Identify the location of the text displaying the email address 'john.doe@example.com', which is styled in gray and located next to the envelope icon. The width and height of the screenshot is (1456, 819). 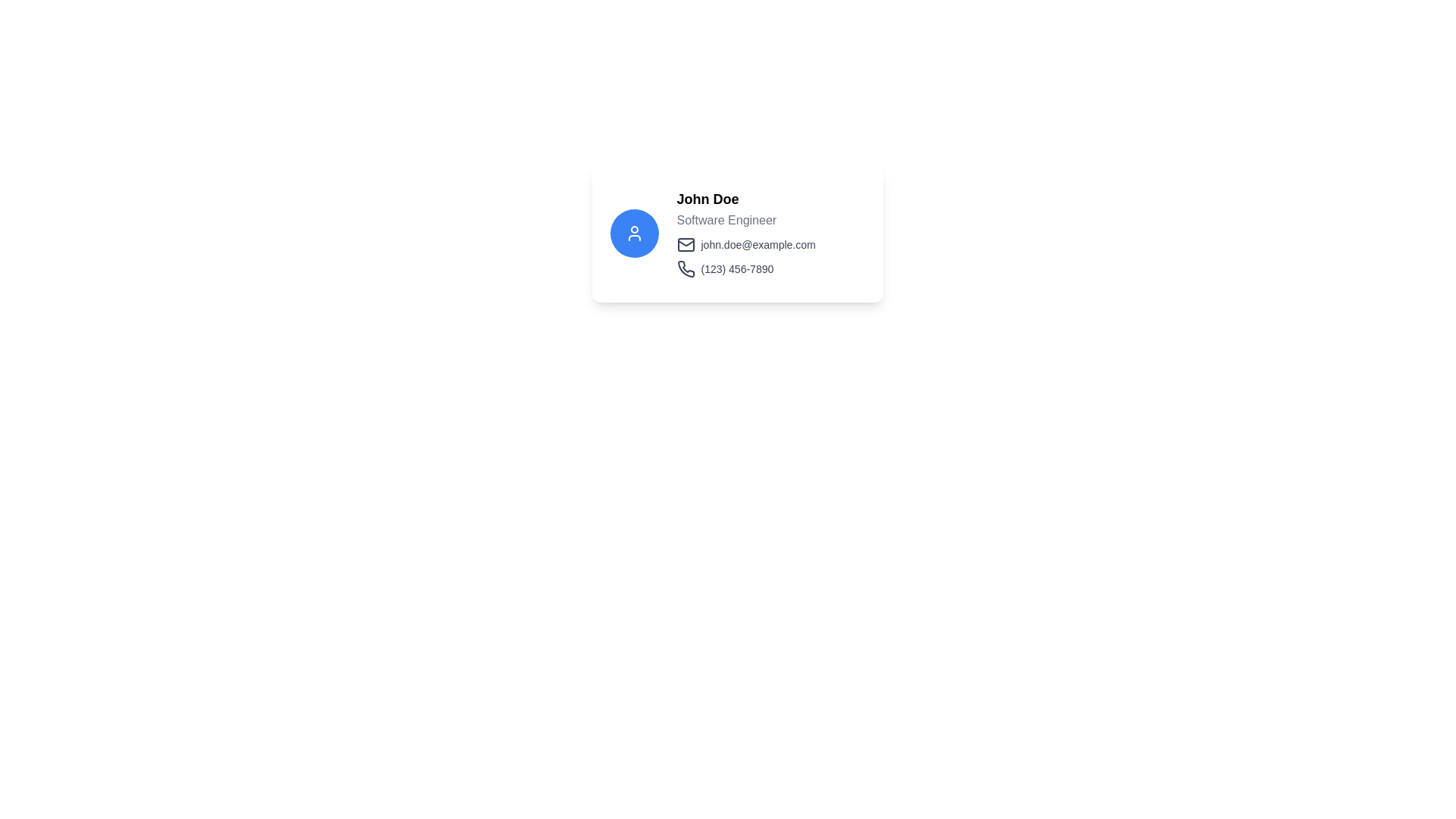
(758, 244).